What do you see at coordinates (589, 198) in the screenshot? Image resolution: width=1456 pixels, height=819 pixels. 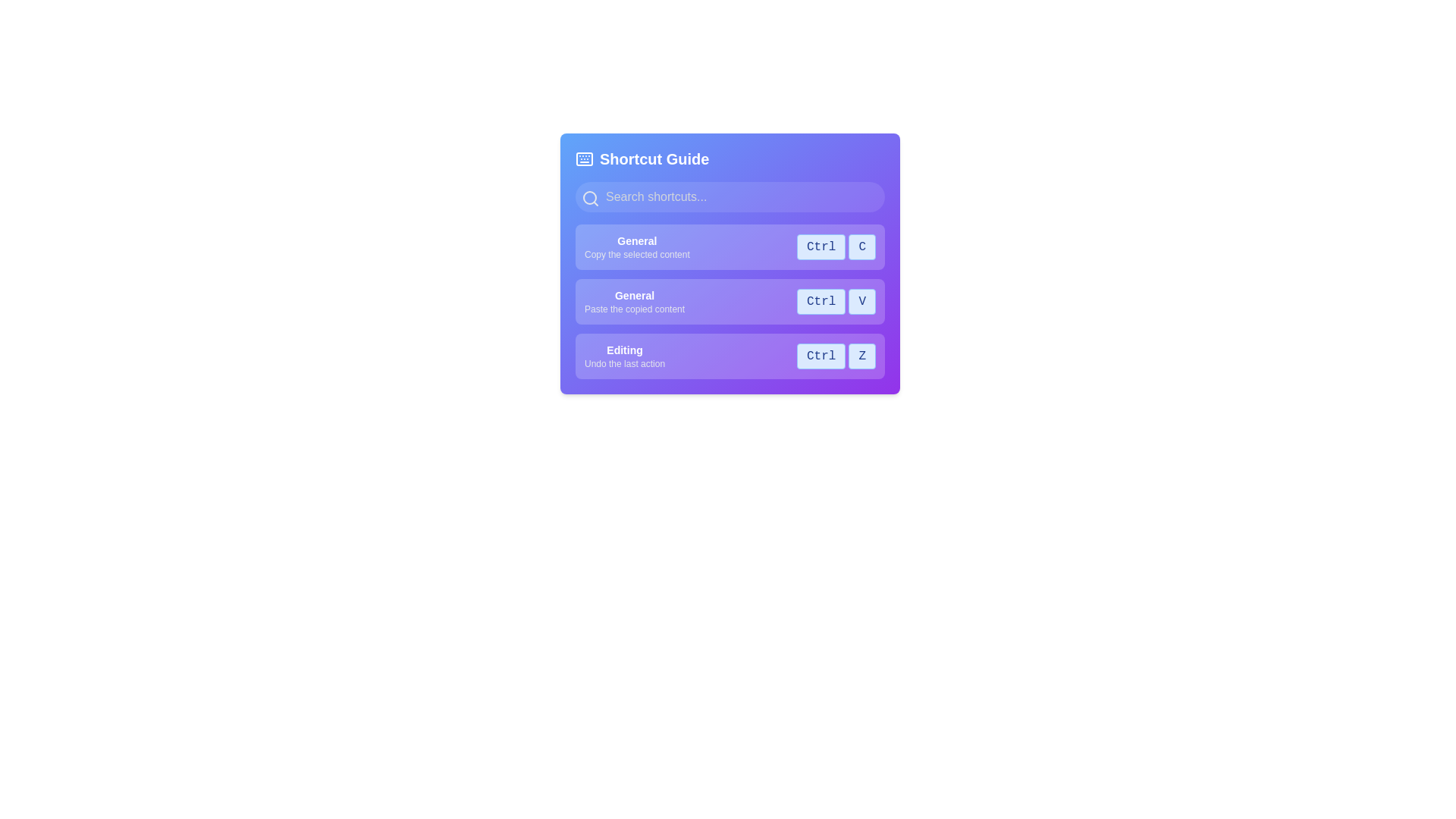 I see `the magnifying glass icon located in the upper left corner of the search input field within the 'Shortcut Guide' section for interactive functionality` at bounding box center [589, 198].